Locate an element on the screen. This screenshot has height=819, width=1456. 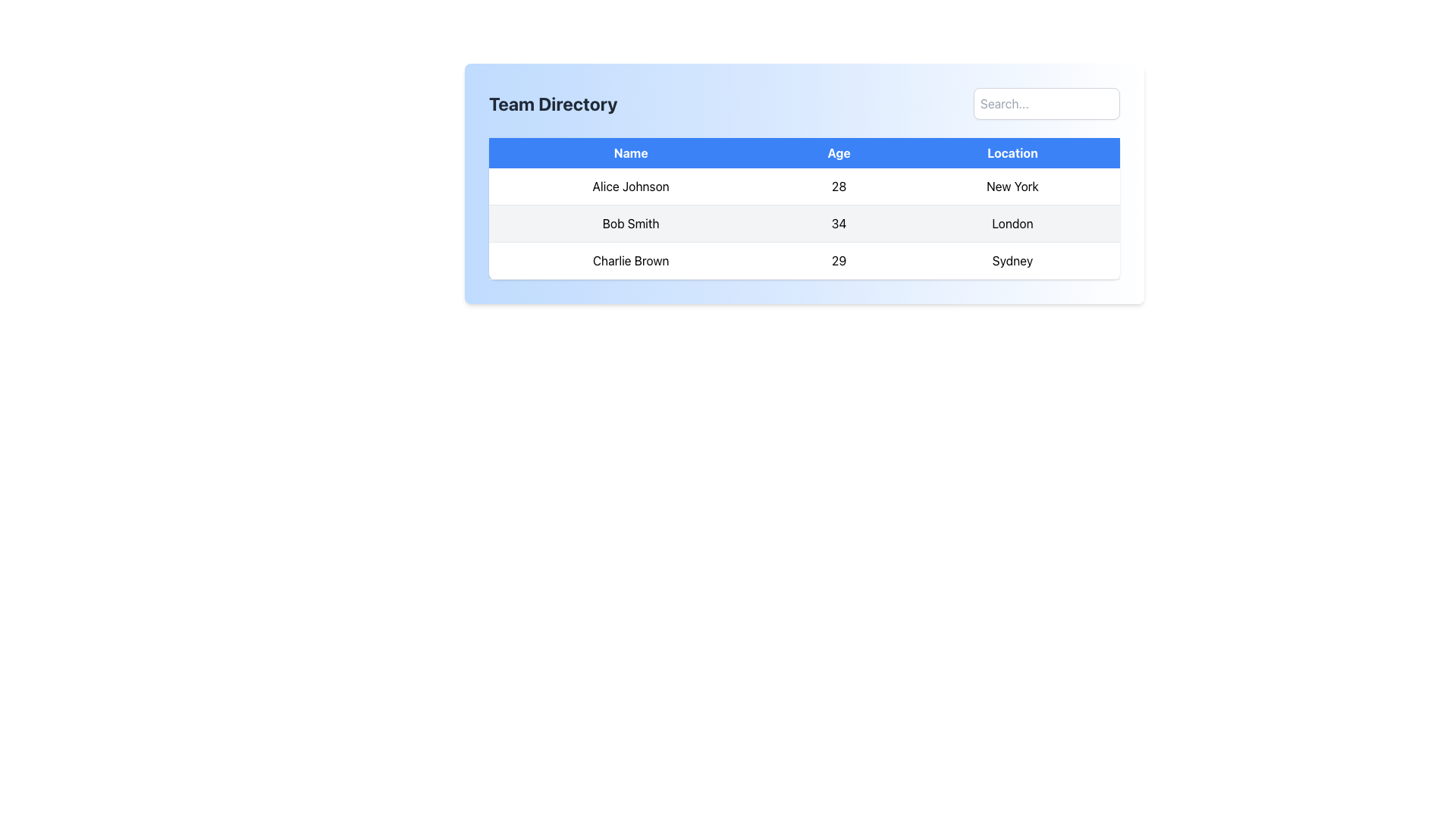
on the text display element representing a person's name located in the second row and first column of the 'Team Directory' table, positioned below 'Alice Johnson' and above 'Charlie Brown' is located at coordinates (631, 223).